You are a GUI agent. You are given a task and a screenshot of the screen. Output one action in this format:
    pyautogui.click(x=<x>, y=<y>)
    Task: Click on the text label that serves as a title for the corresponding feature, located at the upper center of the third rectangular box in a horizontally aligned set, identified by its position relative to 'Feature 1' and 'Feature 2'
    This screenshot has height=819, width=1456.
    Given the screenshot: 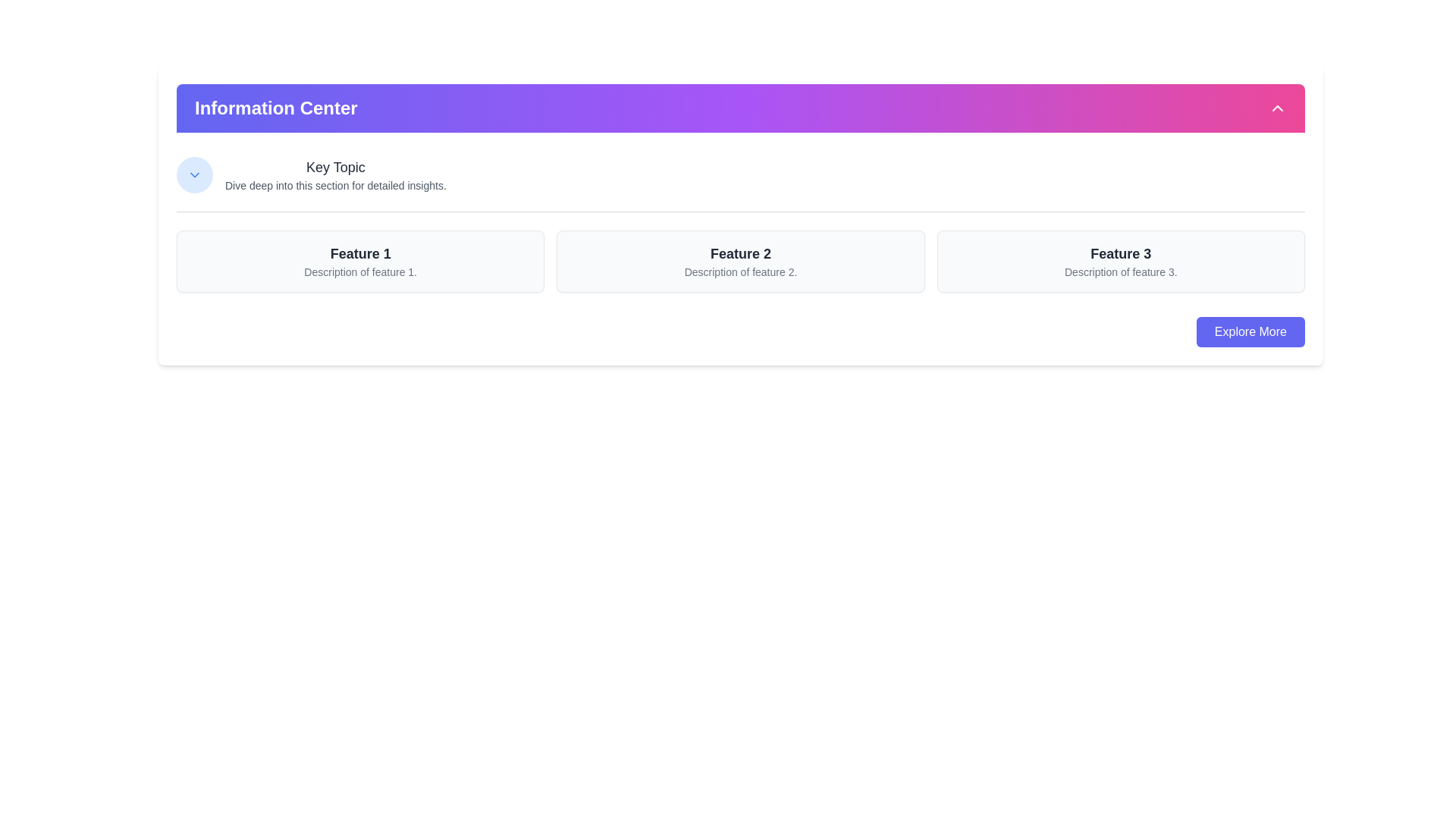 What is the action you would take?
    pyautogui.click(x=1121, y=253)
    